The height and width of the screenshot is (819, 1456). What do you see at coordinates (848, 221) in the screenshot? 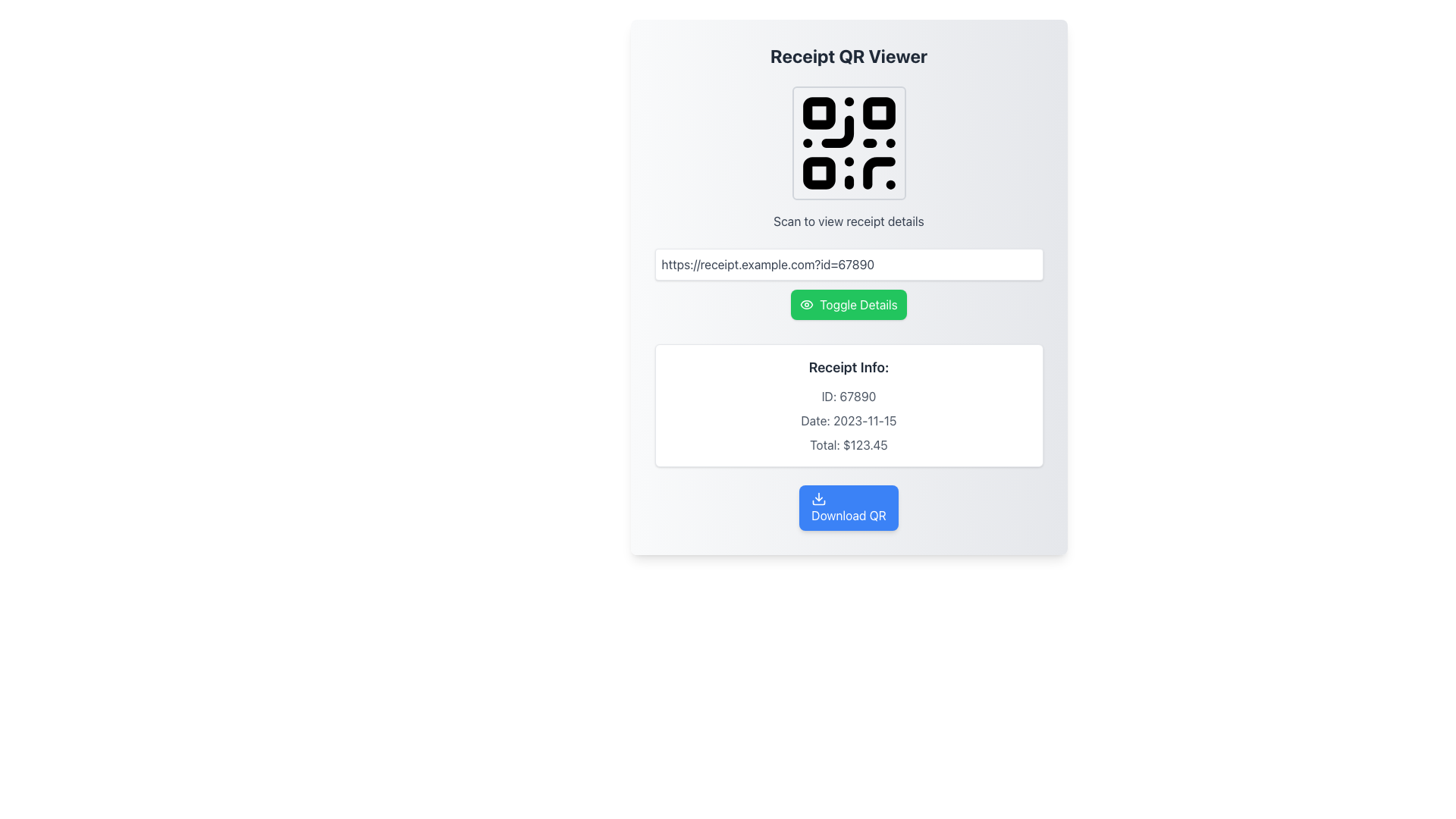
I see `the static informative text that prompts users to scan the QR code above for receipt details, located centrally below the QR code image` at bounding box center [848, 221].